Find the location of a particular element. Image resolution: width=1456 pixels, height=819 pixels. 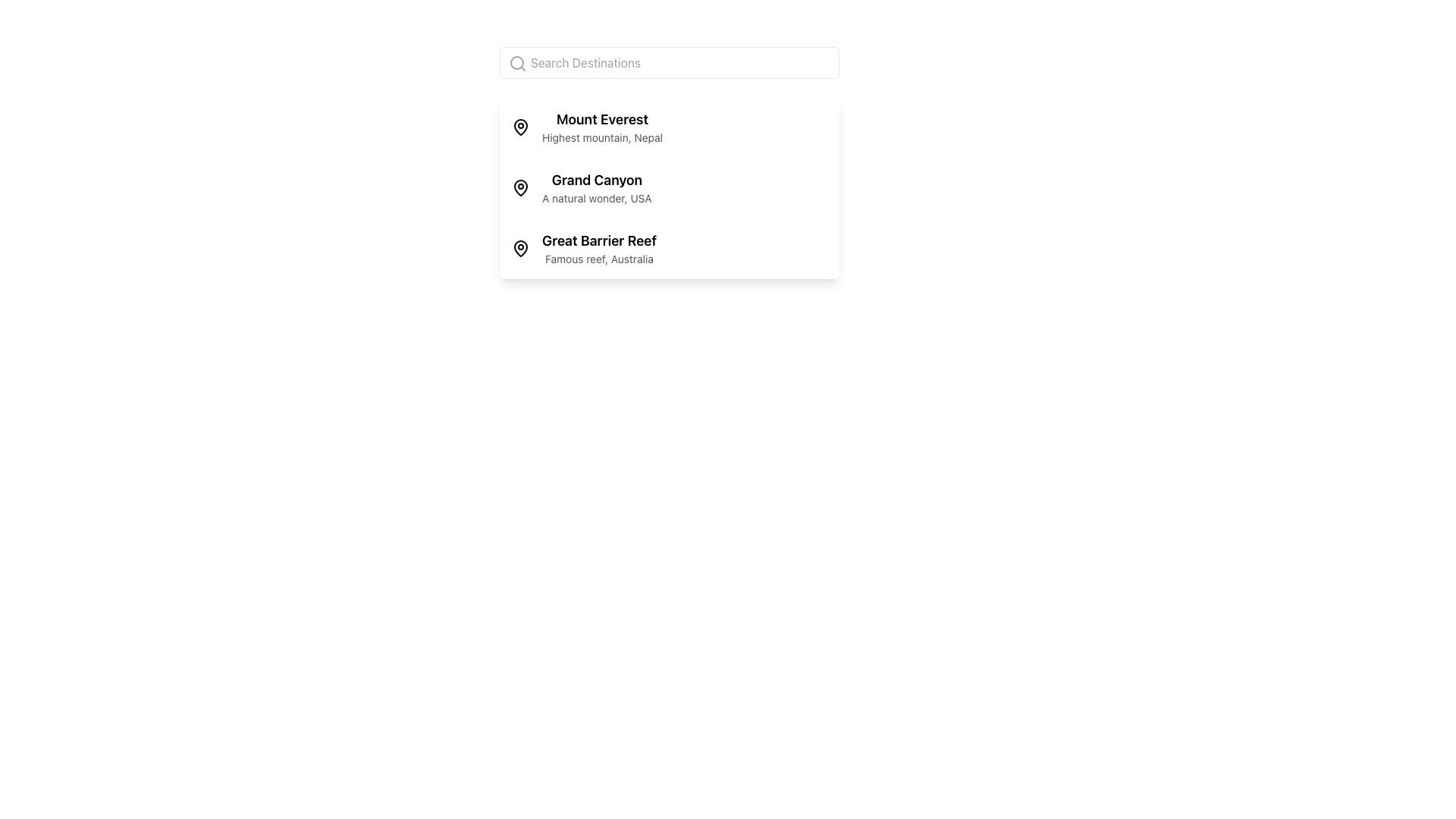

the circular SVG element styled with thin black strokes that is part of the magnifying glass icon located to the left of the 'Search Destinations' input field is located at coordinates (516, 62).